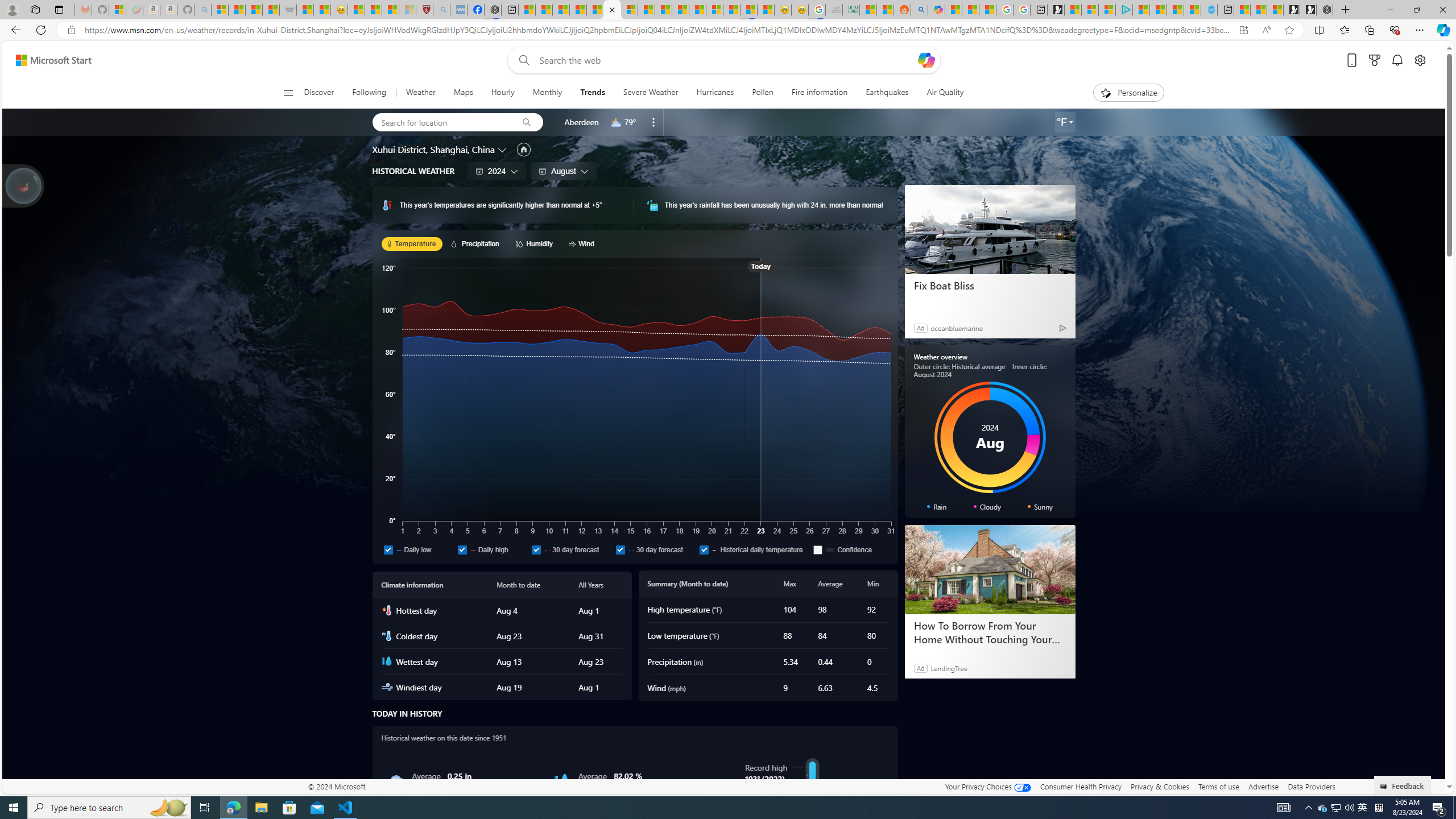 This screenshot has width=1456, height=819. What do you see at coordinates (987, 786) in the screenshot?
I see `'Your Privacy Choices'` at bounding box center [987, 786].